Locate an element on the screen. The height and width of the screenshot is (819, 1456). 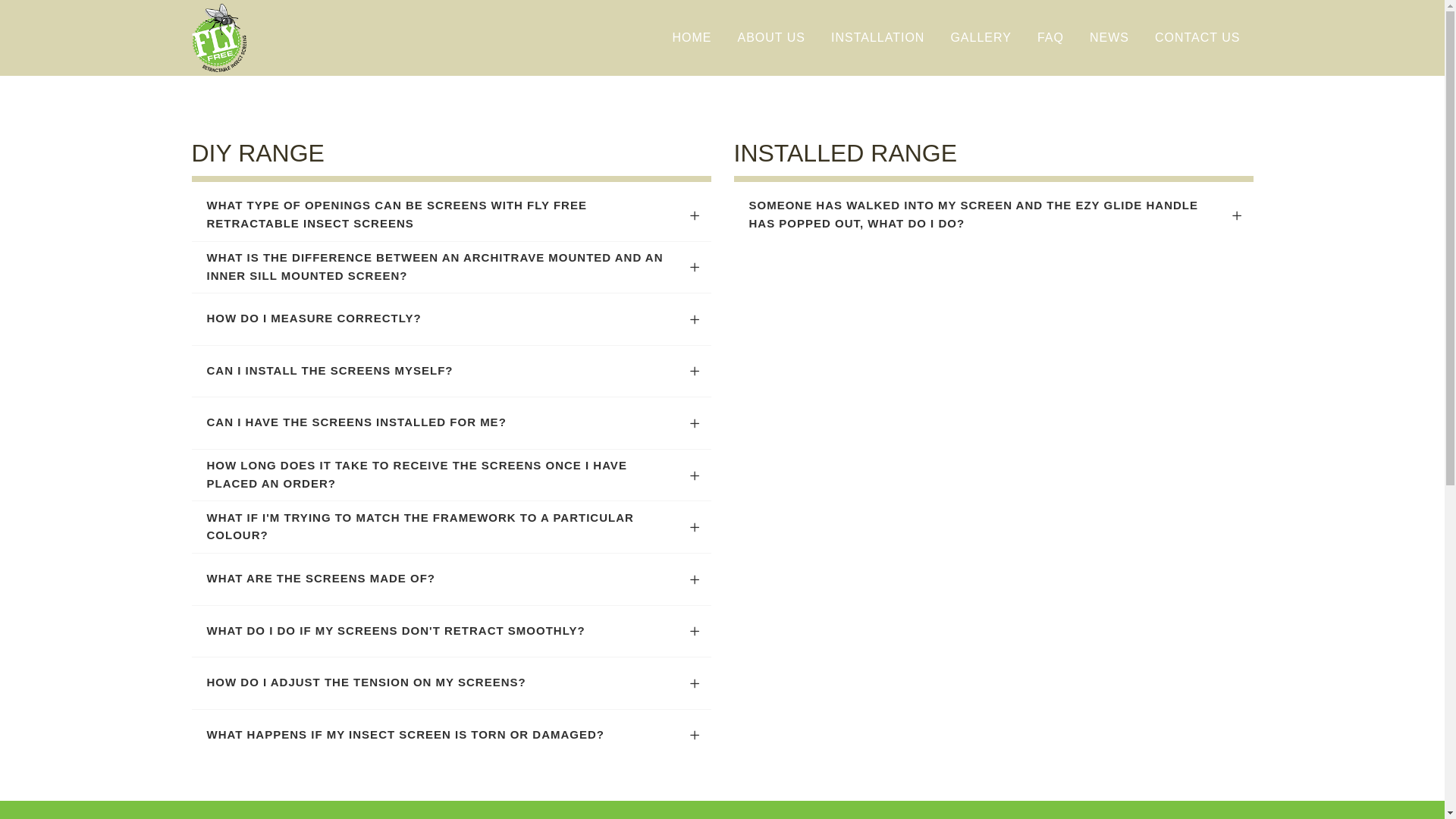
'FAQ' is located at coordinates (1050, 37).